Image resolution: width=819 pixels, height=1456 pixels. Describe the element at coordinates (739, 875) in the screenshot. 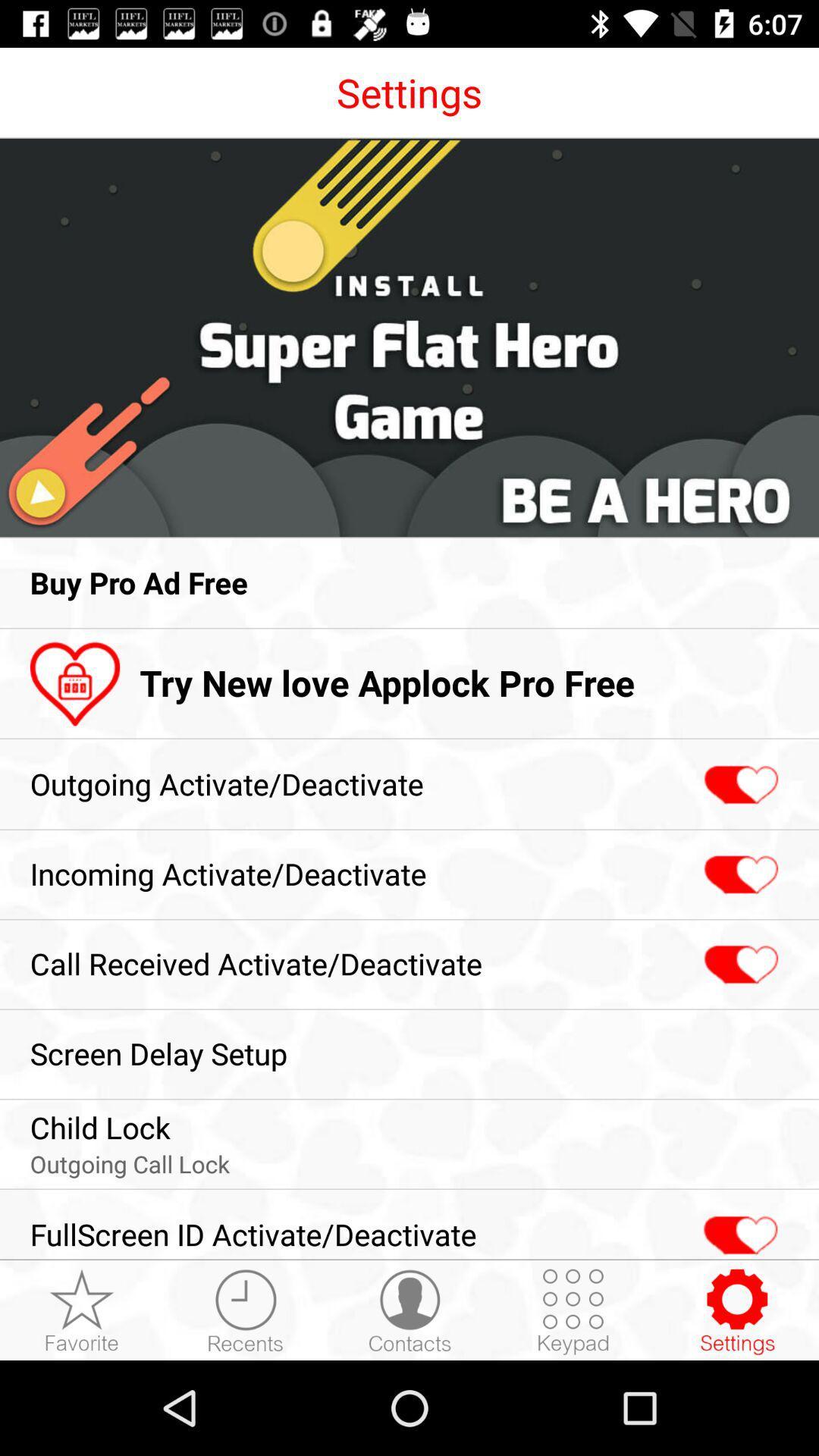

I see `switch incoming option` at that location.